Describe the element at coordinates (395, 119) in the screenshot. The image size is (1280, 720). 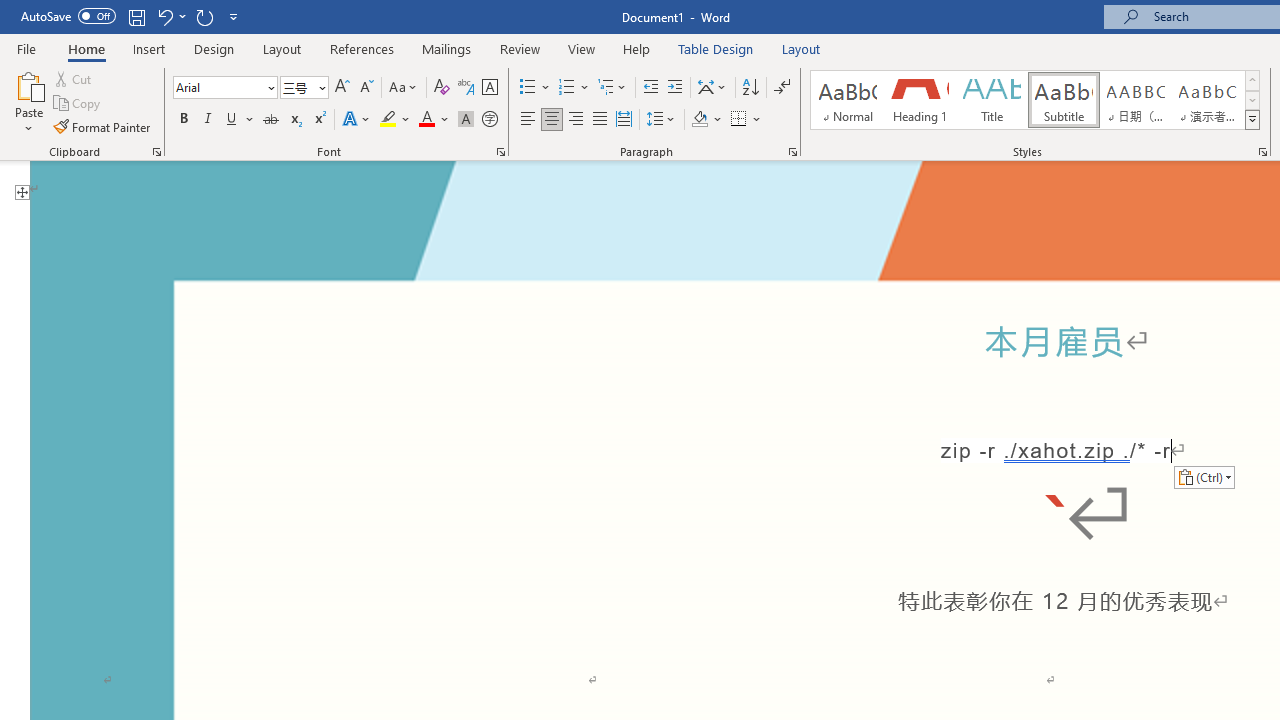
I see `'Text Highlight Color'` at that location.